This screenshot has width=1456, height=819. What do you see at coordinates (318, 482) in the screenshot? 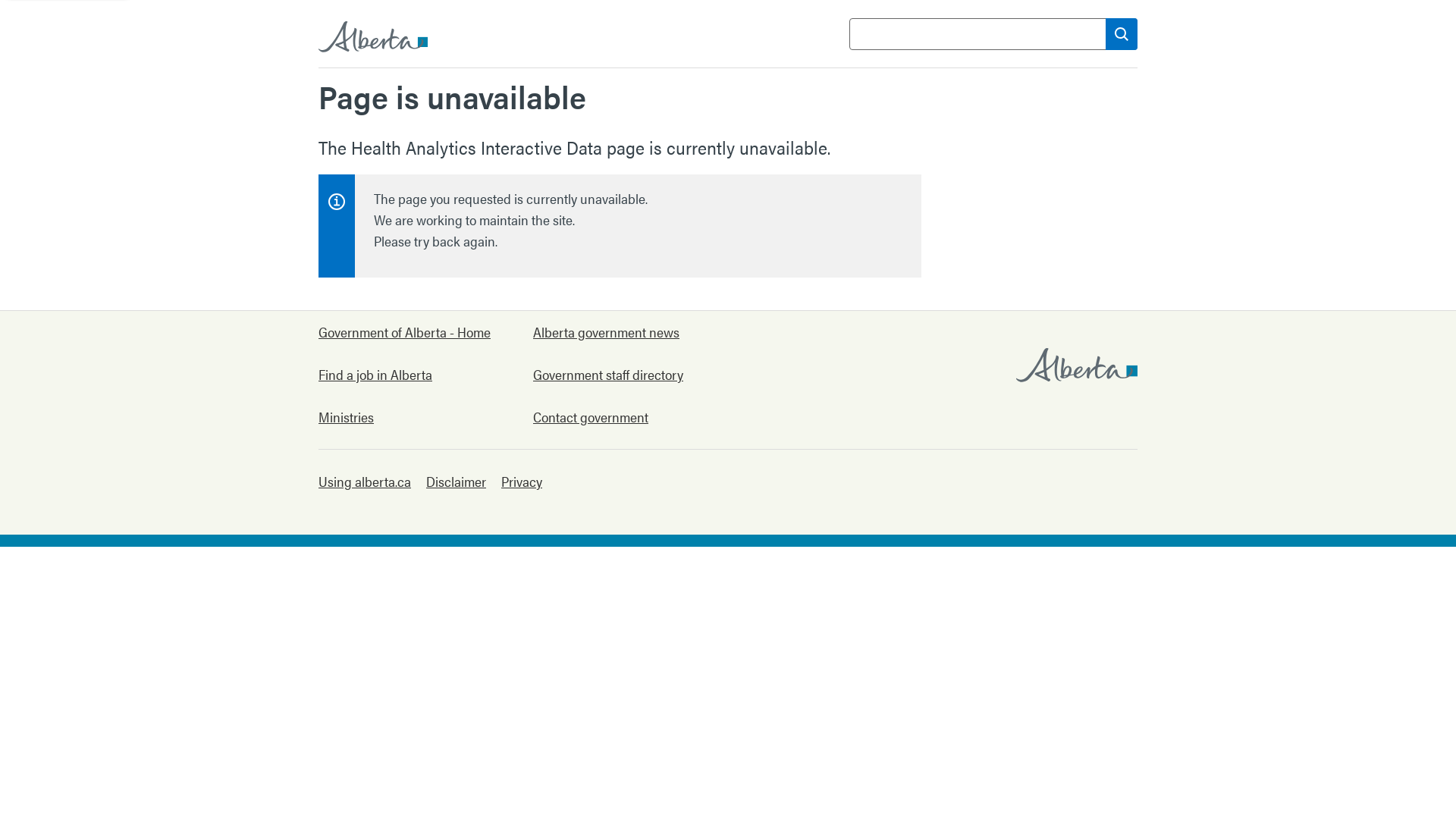
I see `'Using alberta.ca'` at bounding box center [318, 482].